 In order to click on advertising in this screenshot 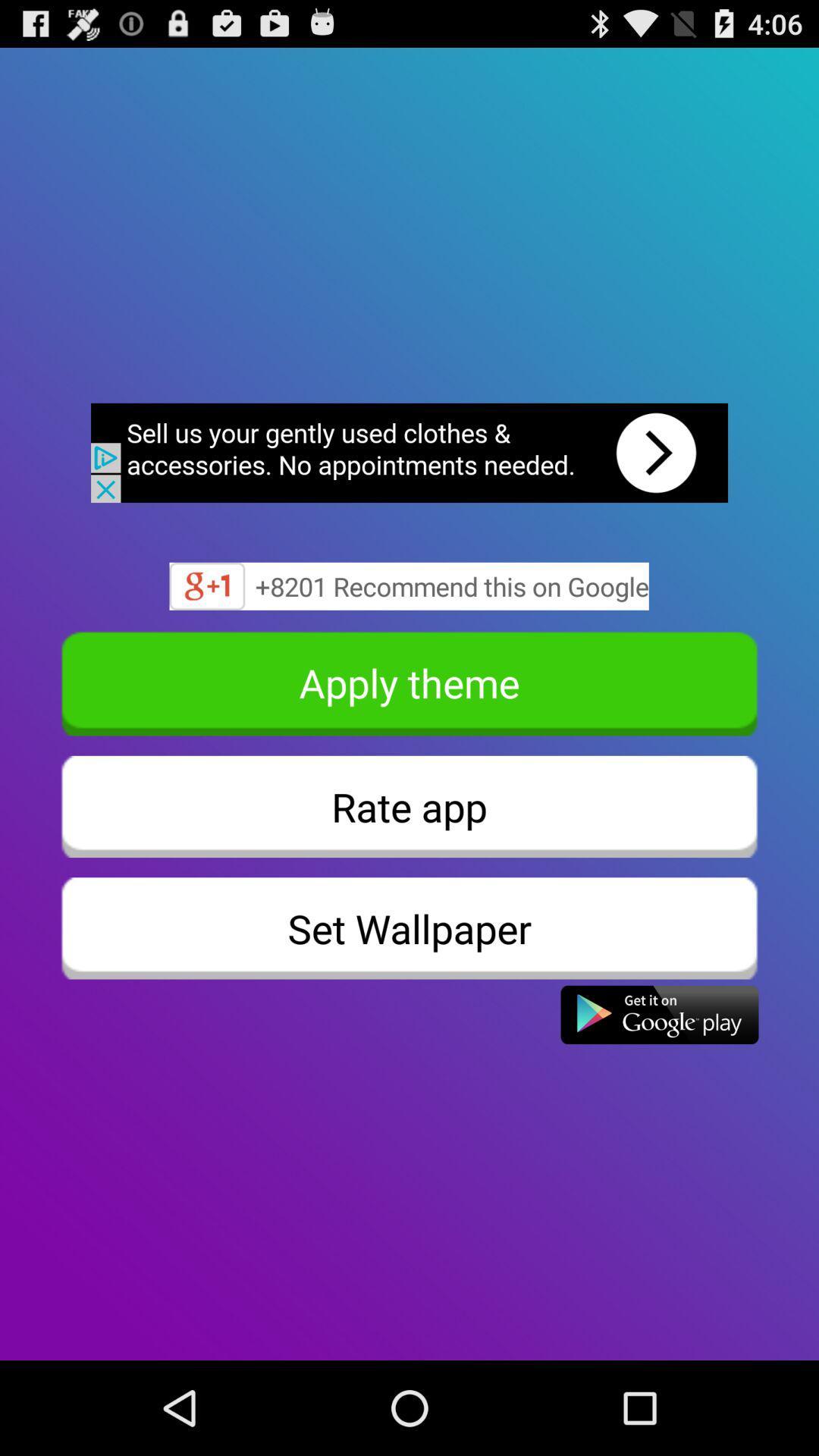, I will do `click(409, 452)`.